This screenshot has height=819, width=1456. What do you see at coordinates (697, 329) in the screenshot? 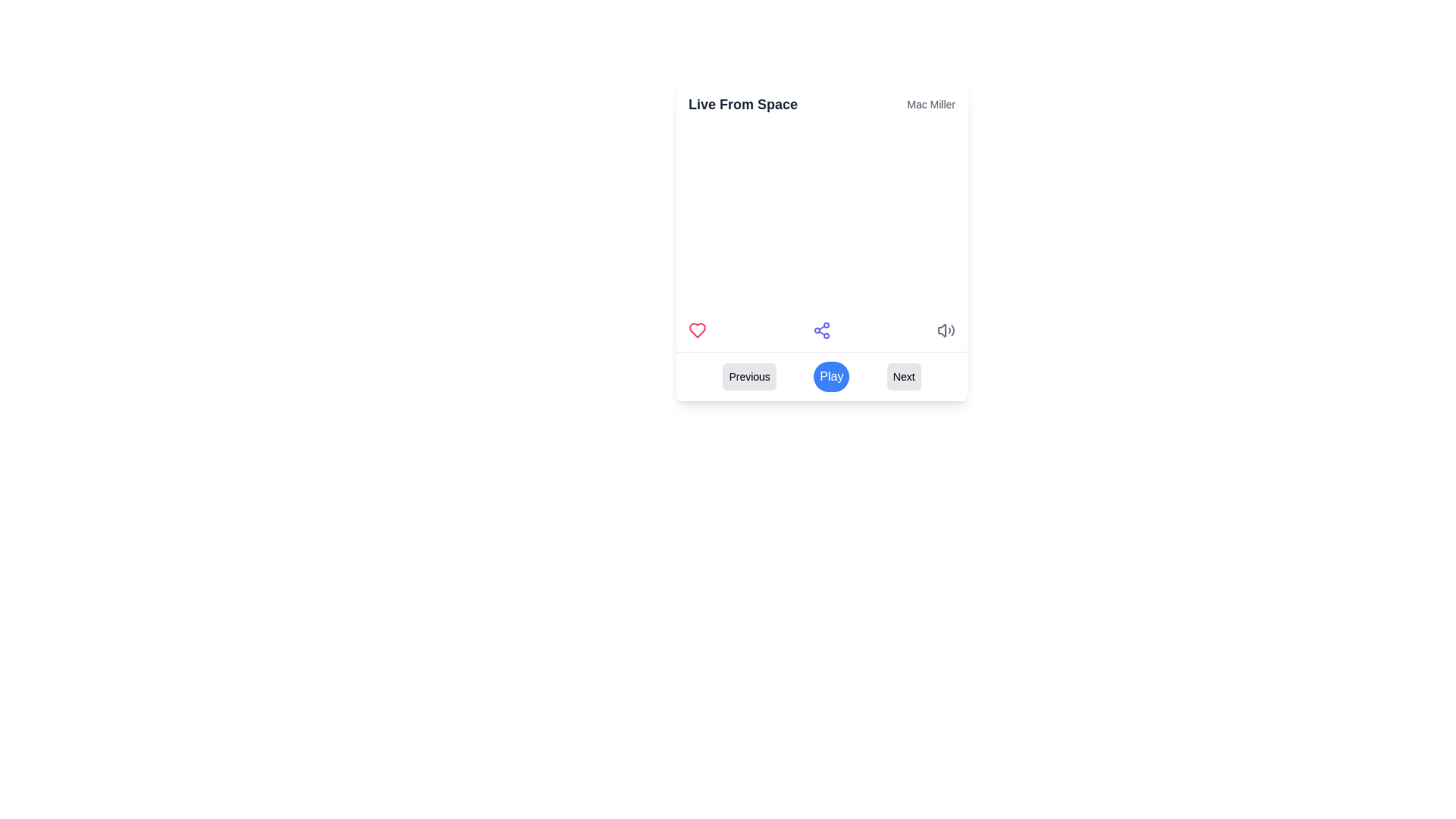
I see `the heart icon button, which is the first icon from the left in a row of interactive elements` at bounding box center [697, 329].